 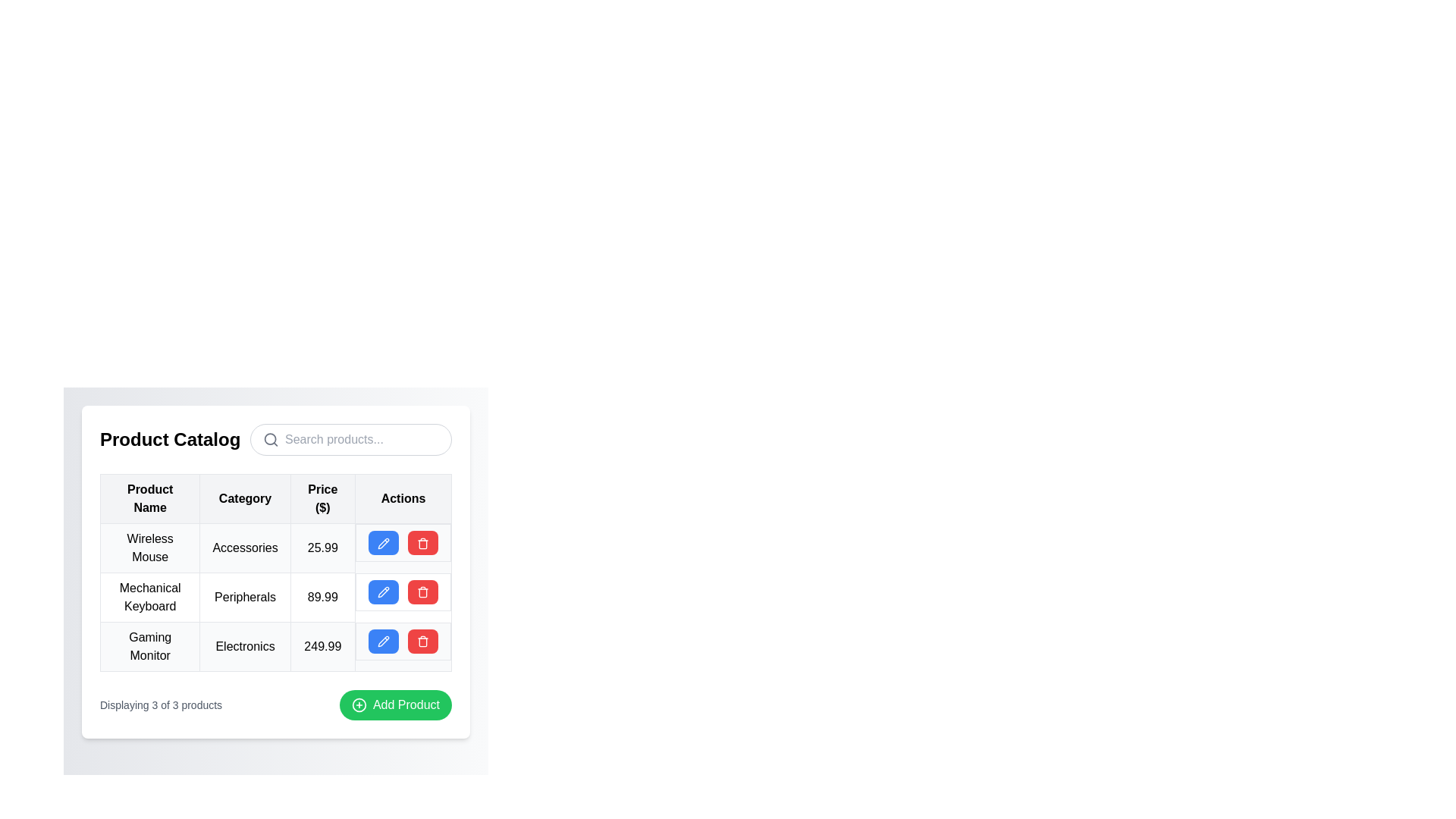 What do you see at coordinates (383, 591) in the screenshot?
I see `the blue button with a pencil icon in the 'Actions' column for the item 'Mechanical Keyboard'` at bounding box center [383, 591].